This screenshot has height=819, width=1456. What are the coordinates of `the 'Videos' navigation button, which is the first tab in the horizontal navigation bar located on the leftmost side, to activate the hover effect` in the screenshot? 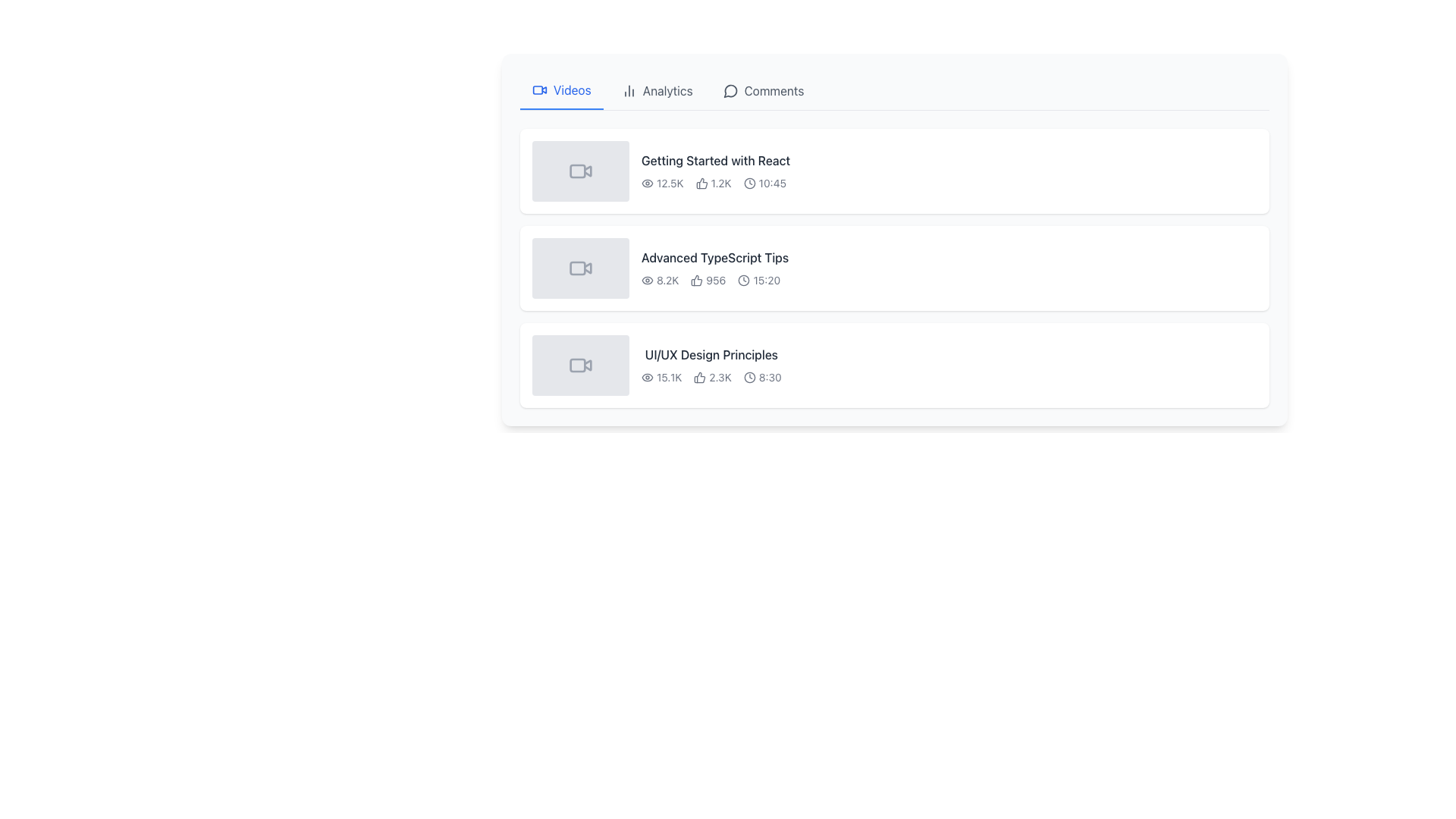 It's located at (560, 90).